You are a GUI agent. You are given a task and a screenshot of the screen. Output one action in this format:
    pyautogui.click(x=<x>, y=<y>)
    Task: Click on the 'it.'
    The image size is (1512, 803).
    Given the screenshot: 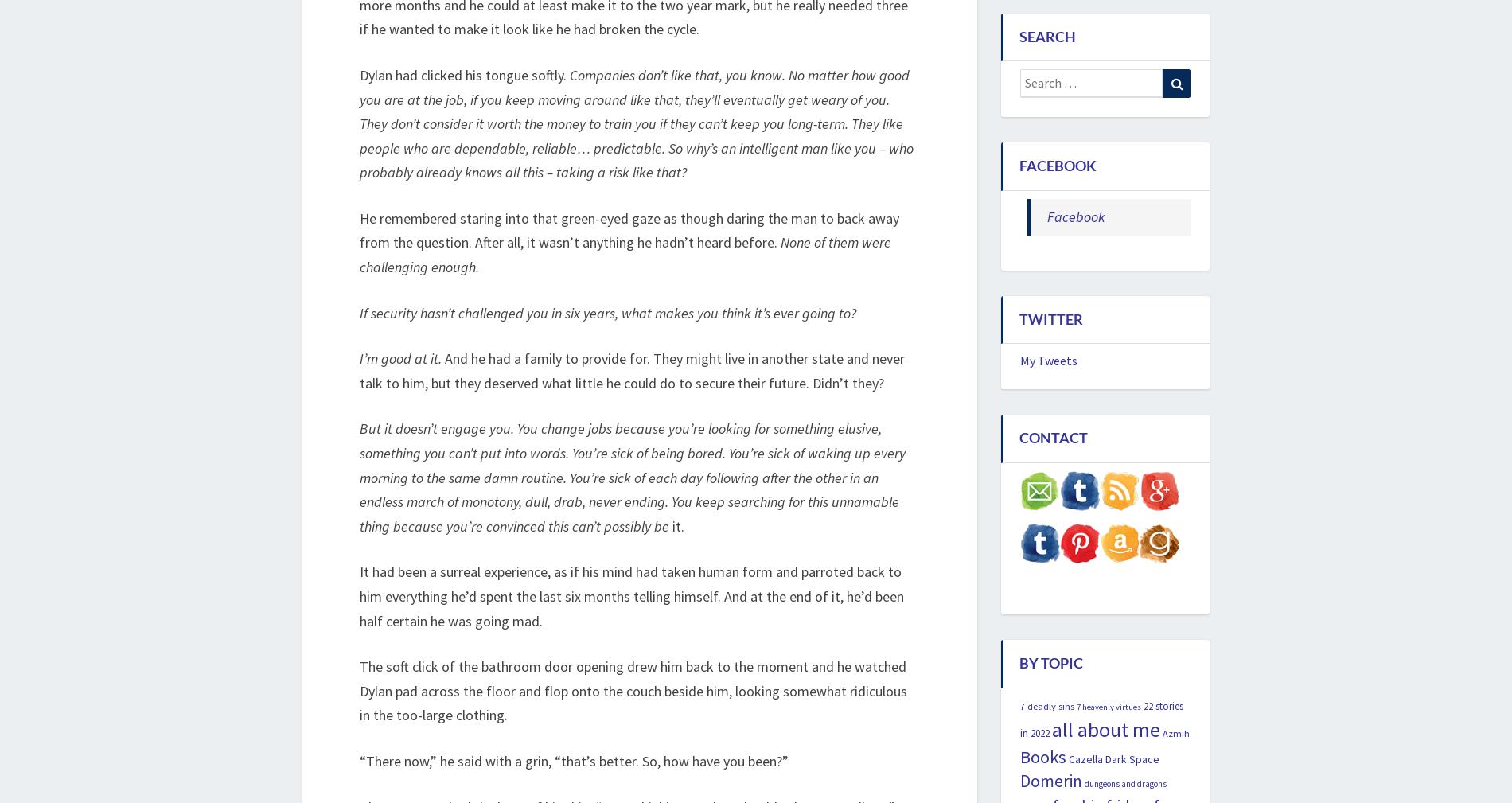 What is the action you would take?
    pyautogui.click(x=677, y=525)
    